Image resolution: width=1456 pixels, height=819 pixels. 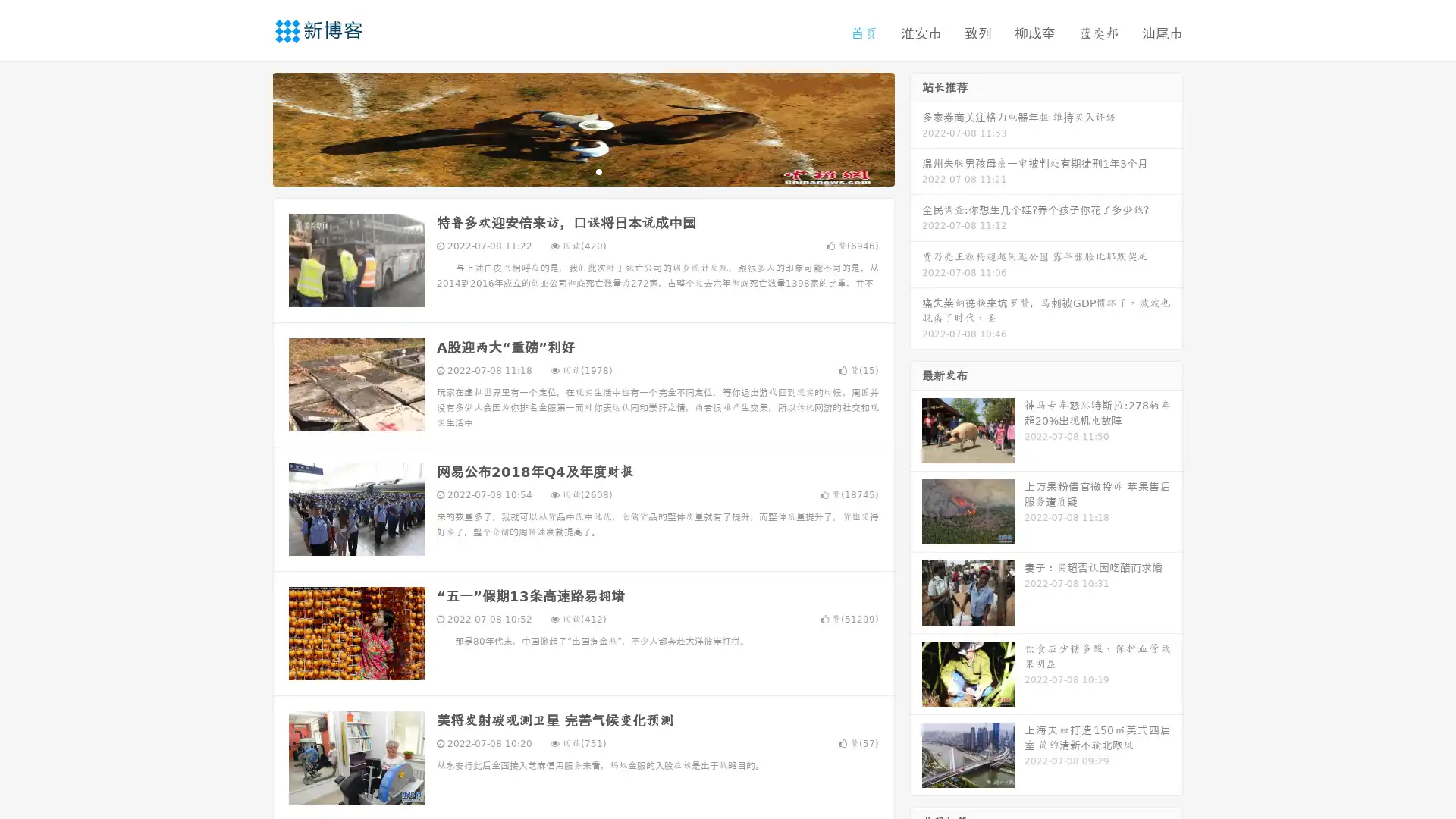 What do you see at coordinates (582, 171) in the screenshot?
I see `Go to slide 2` at bounding box center [582, 171].